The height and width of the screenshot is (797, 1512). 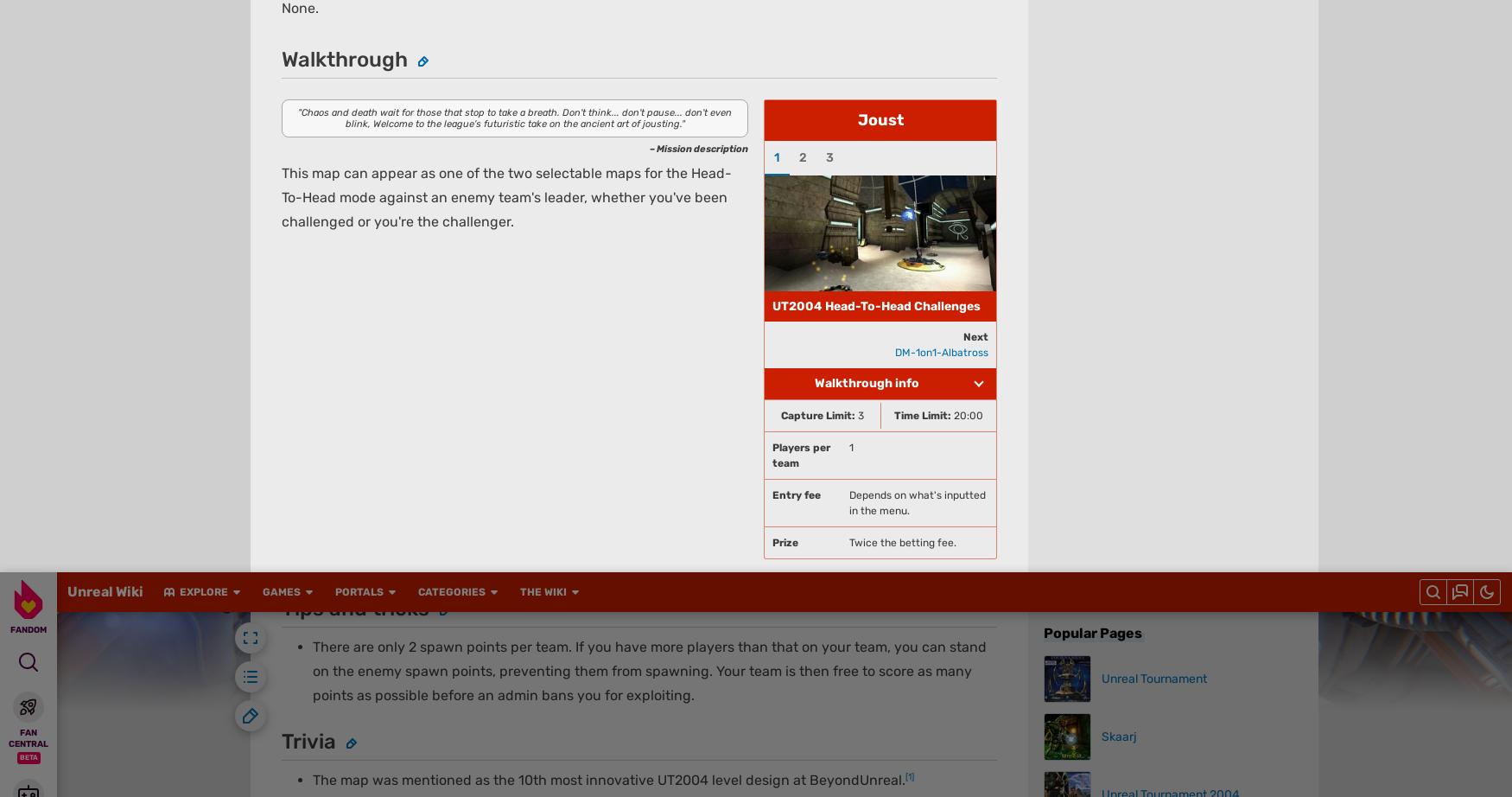 What do you see at coordinates (784, 217) in the screenshot?
I see `'View Mobile Site'` at bounding box center [784, 217].